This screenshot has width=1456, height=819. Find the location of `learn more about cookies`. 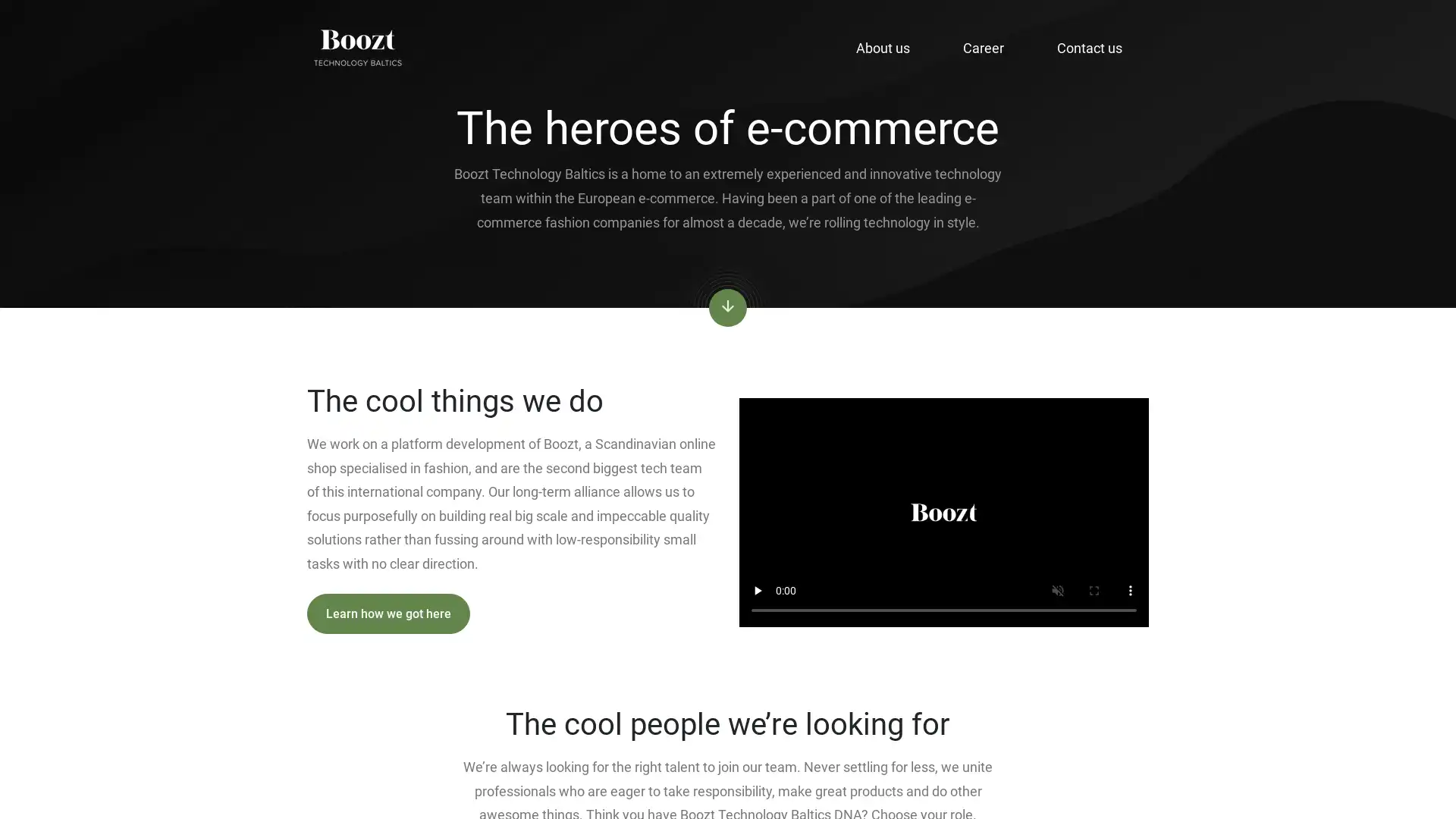

learn more about cookies is located at coordinates (1203, 737).